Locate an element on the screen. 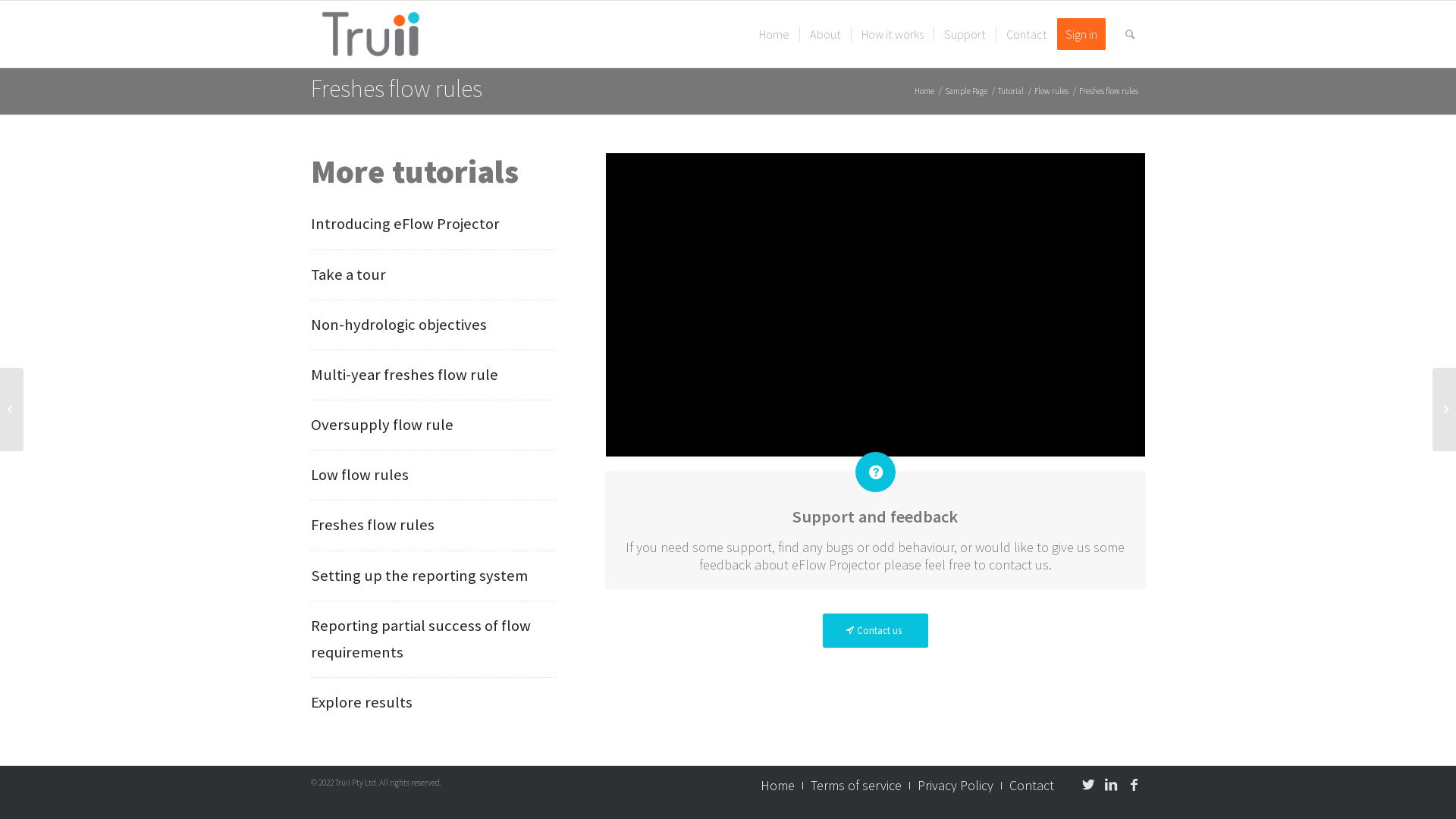 This screenshot has width=1456, height=819. 'Twitter' is located at coordinates (1087, 784).